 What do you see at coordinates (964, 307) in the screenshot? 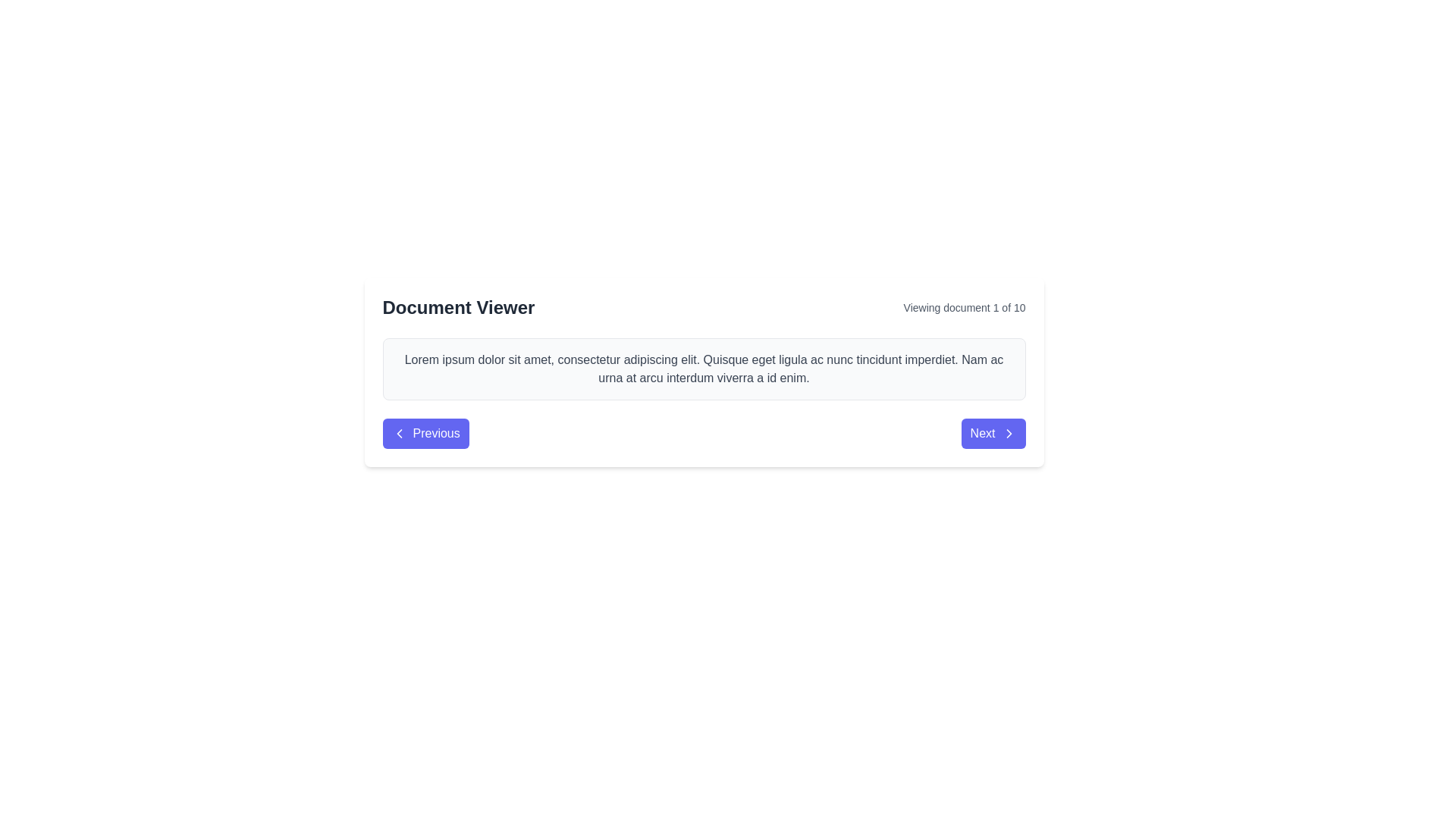
I see `the informational text label displaying the current document number in the Document Viewer` at bounding box center [964, 307].